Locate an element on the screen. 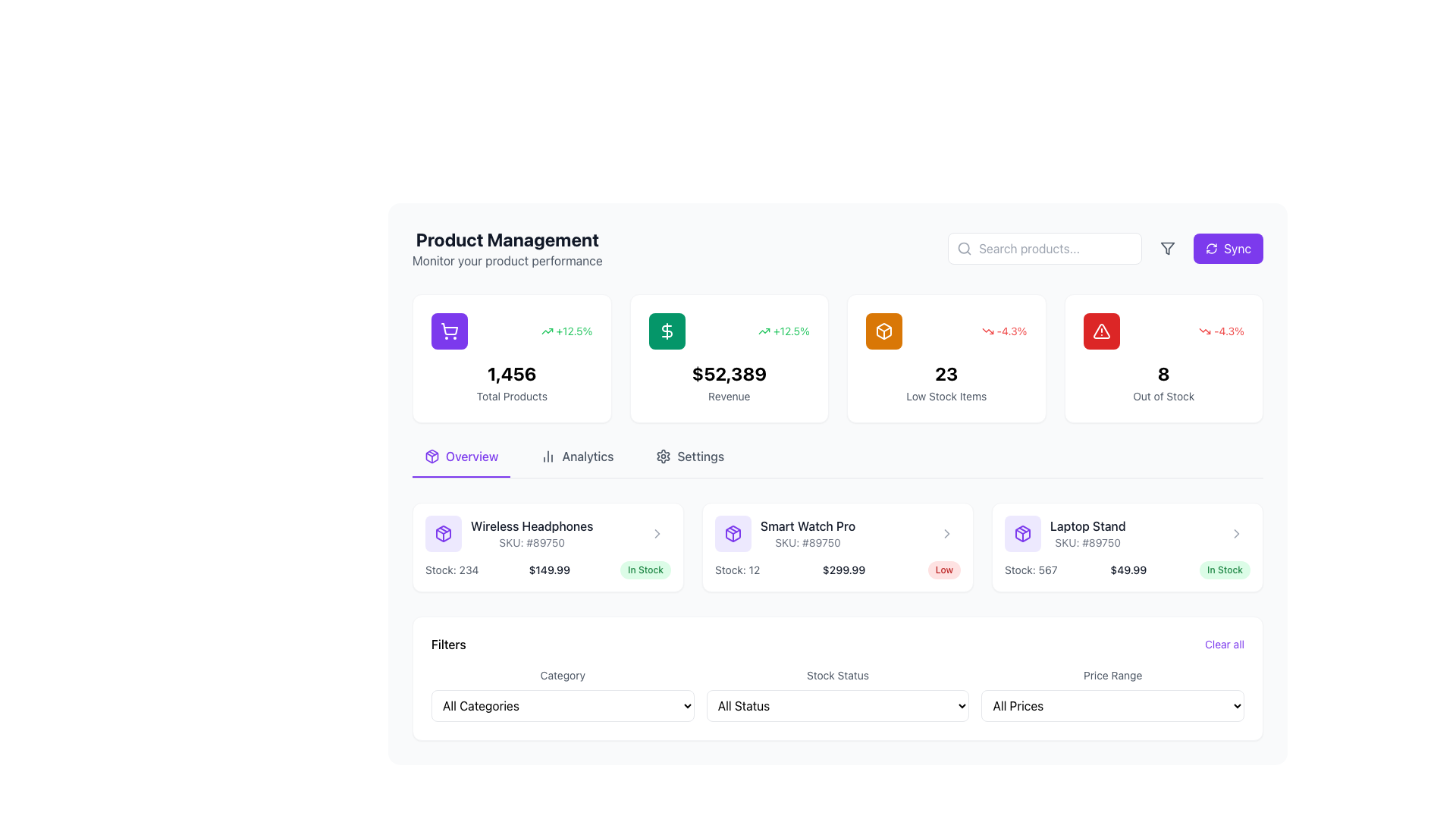 The image size is (1456, 819). the amber-orange square icon with a white box symbol, located in the third segment of the top row of information cards between 'Revenue' and 'Out of Stock' is located at coordinates (884, 330).